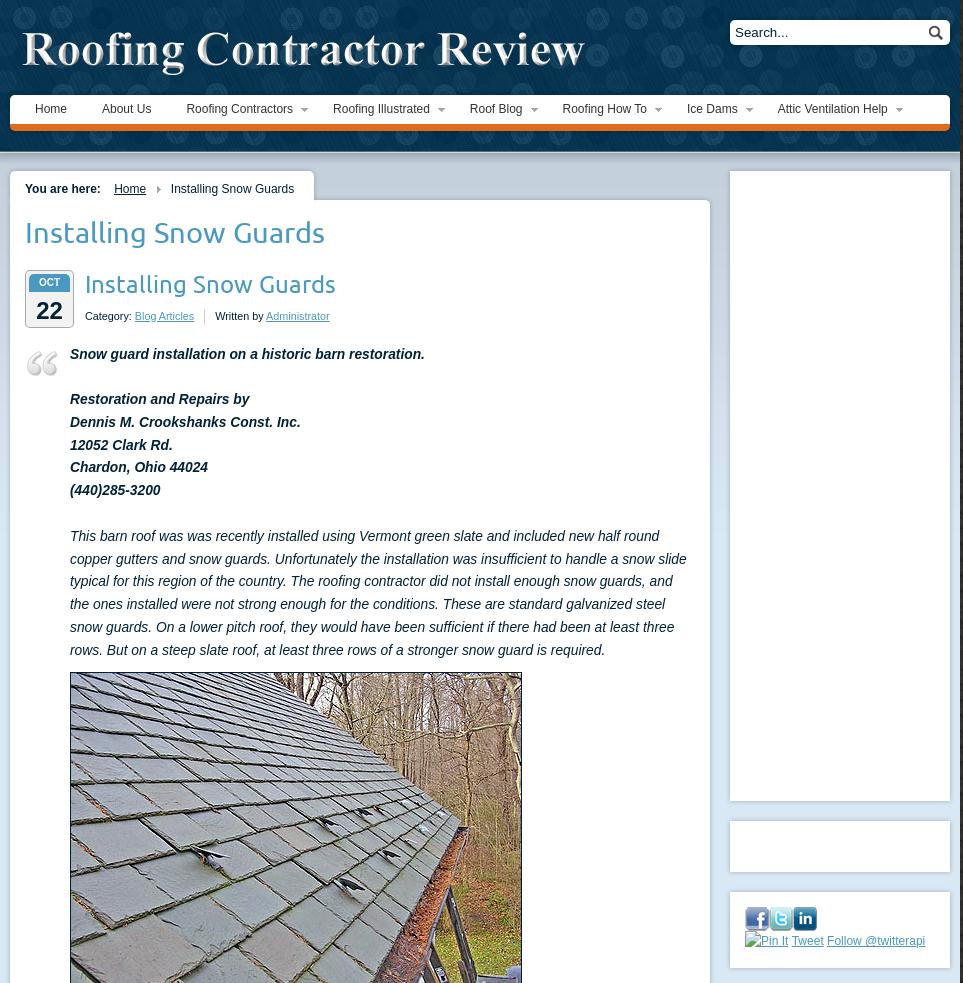  What do you see at coordinates (687, 269) in the screenshot?
I see `'Ice Dam Leak in New Addition'` at bounding box center [687, 269].